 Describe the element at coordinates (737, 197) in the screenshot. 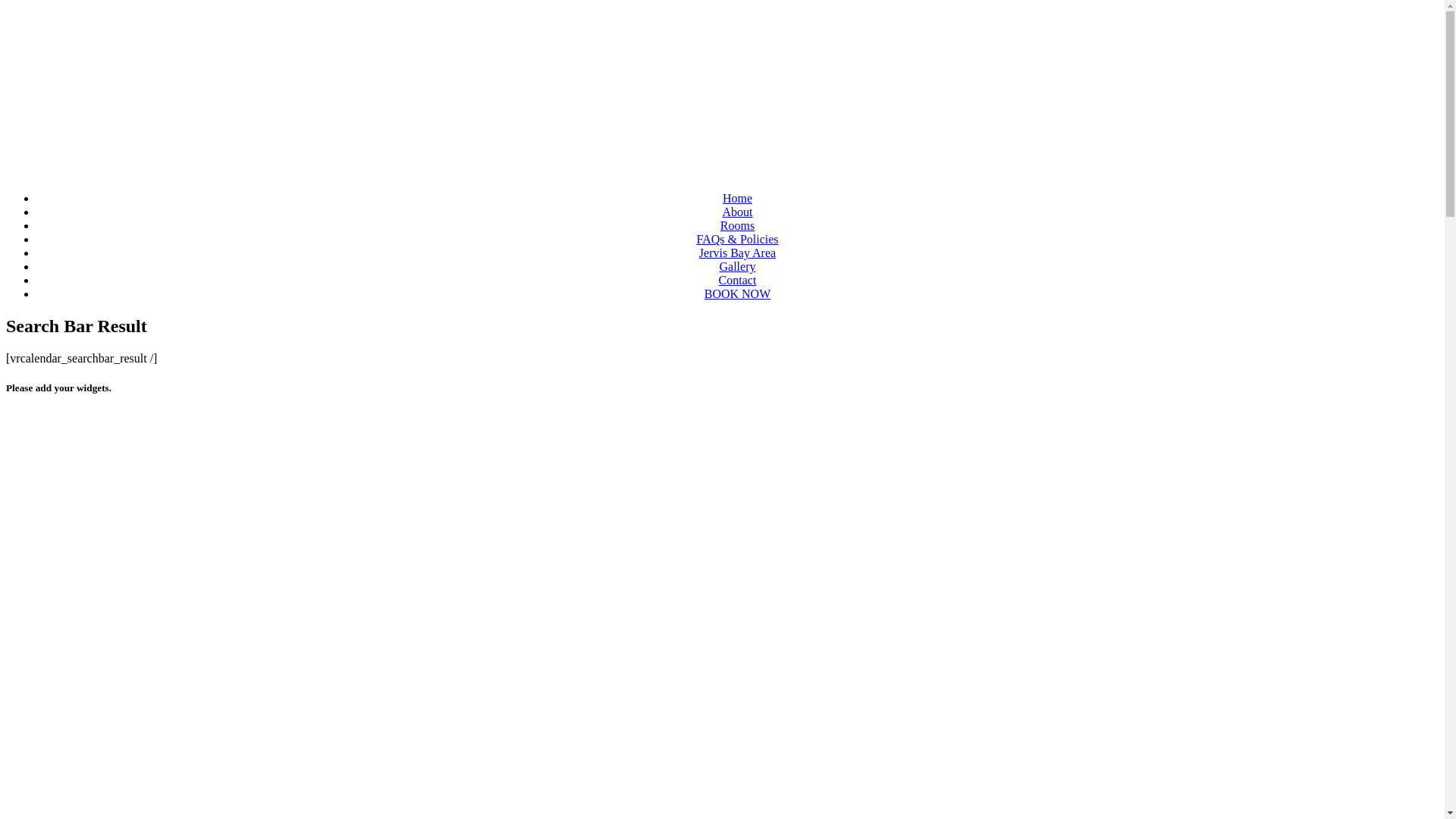

I see `'Home'` at that location.